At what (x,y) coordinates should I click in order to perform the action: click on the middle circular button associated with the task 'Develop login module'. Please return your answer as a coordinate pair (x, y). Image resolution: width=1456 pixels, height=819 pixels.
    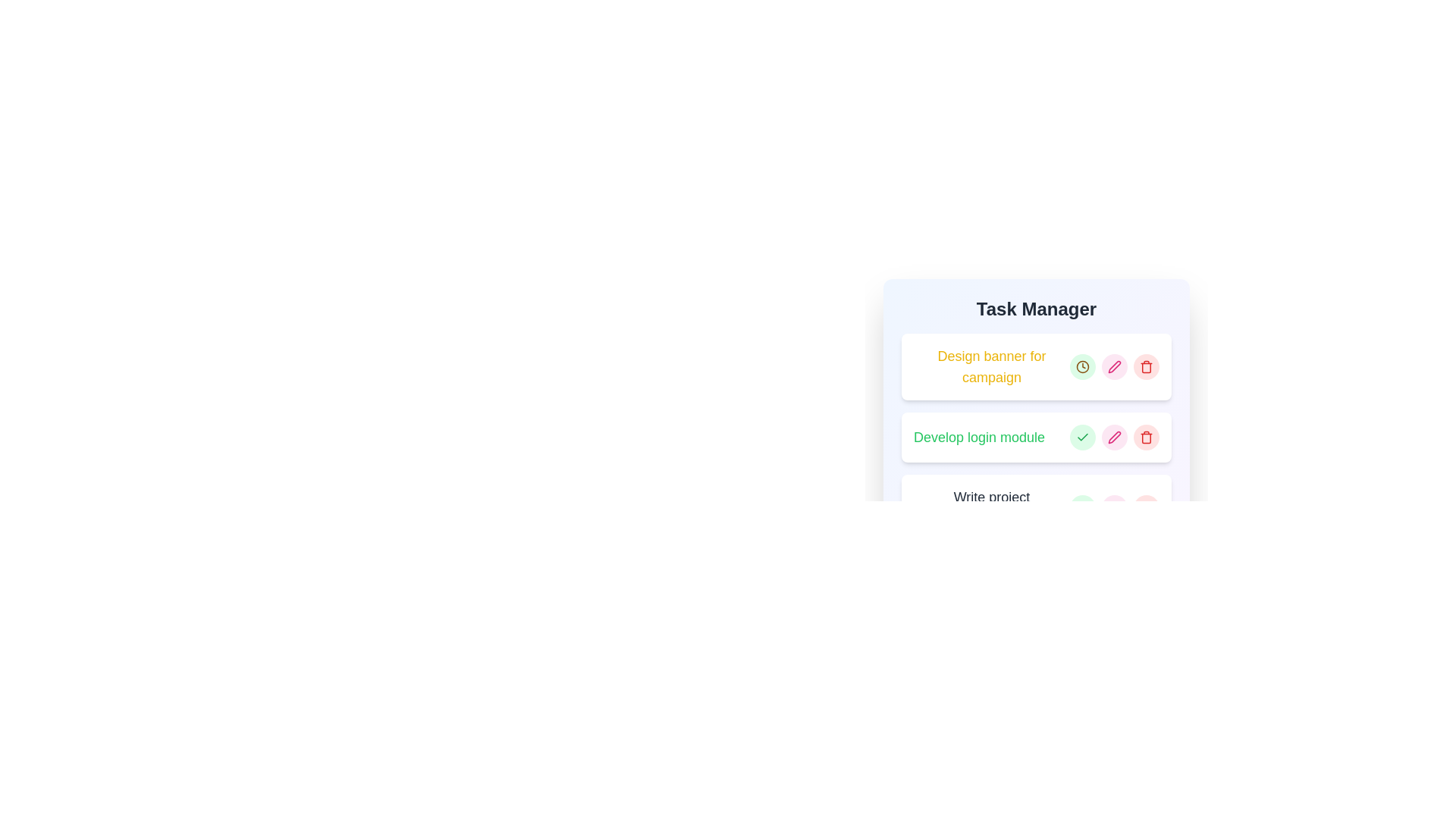
    Looking at the image, I should click on (1114, 438).